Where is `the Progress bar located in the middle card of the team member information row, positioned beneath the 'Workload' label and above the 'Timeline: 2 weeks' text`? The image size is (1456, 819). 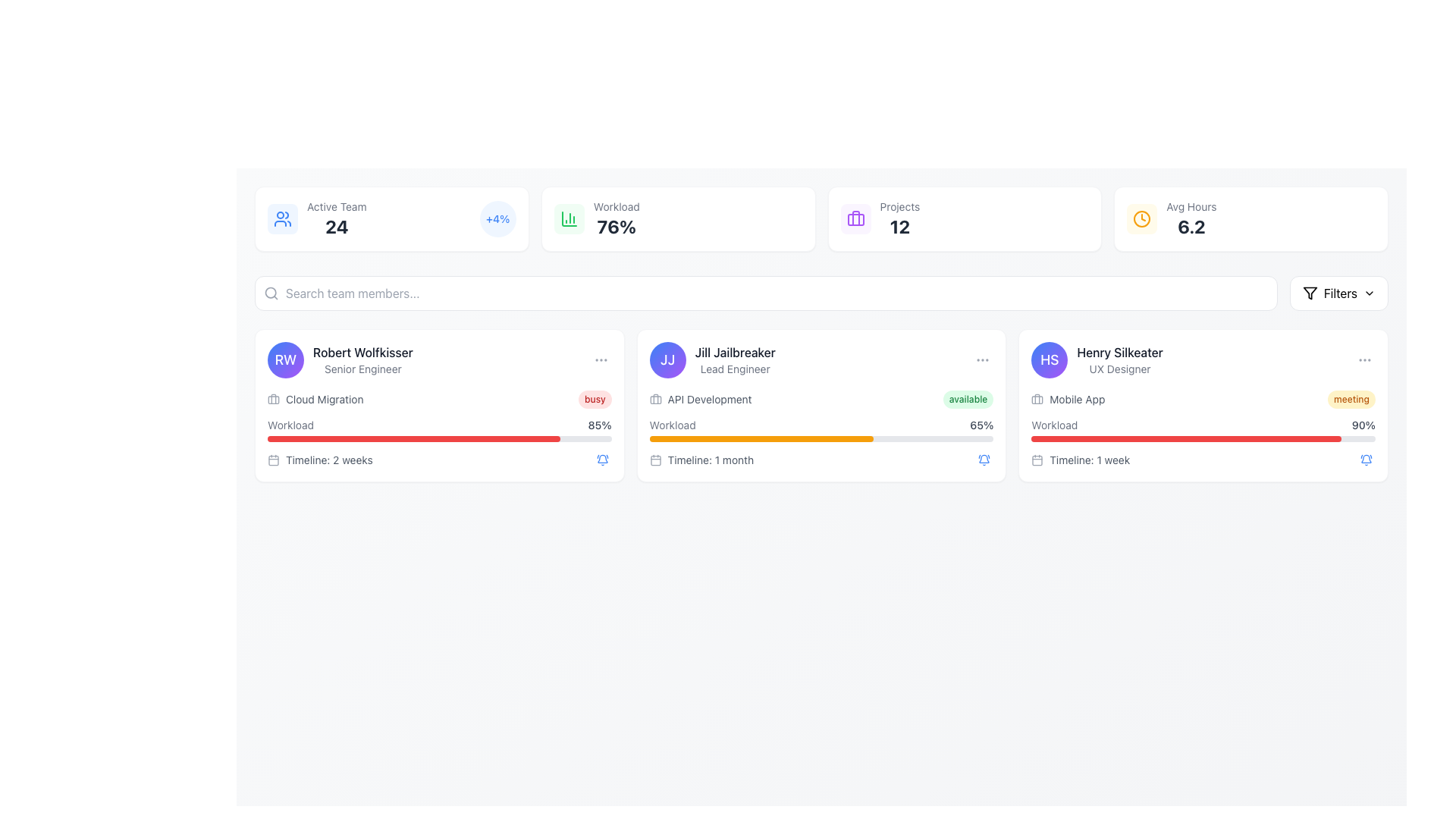
the Progress bar located in the middle card of the team member information row, positioned beneath the 'Workload' label and above the 'Timeline: 2 weeks' text is located at coordinates (438, 438).